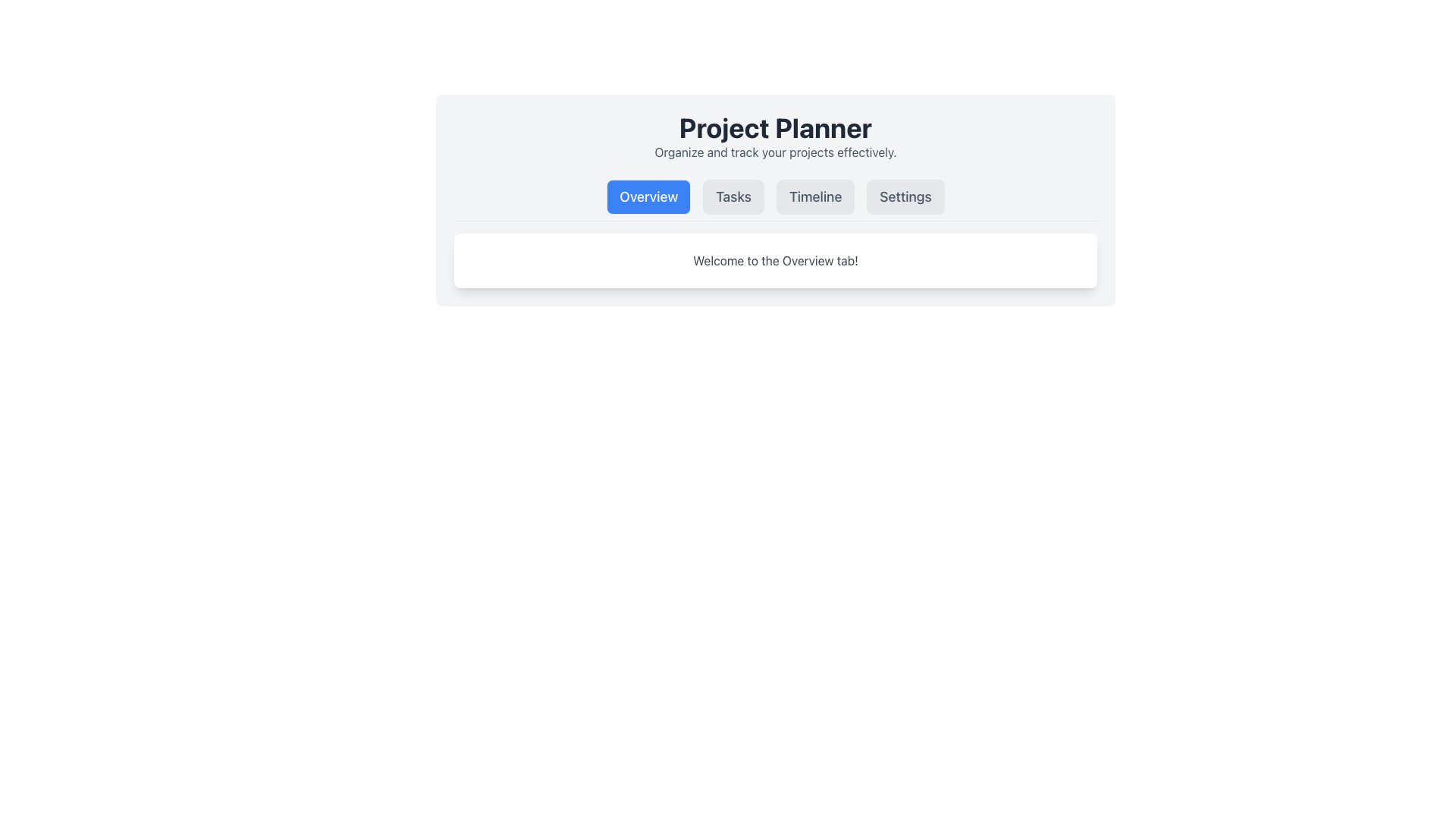 Image resolution: width=1456 pixels, height=819 pixels. I want to click on informational message displayed in the static text label located below the navigation bar in the 'Overview' tab, so click(775, 259).